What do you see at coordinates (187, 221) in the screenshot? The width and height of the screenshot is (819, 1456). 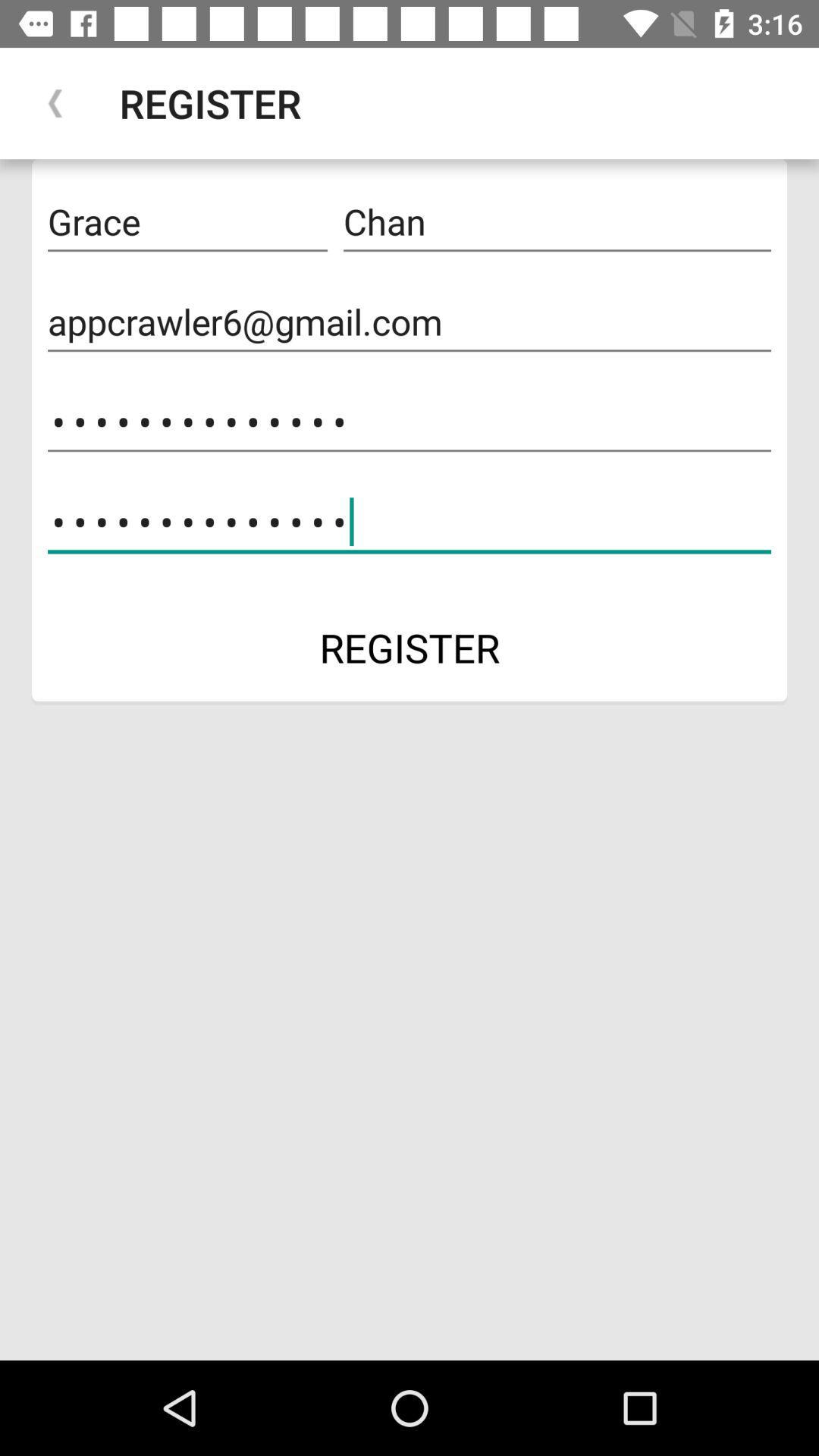 I see `the grace icon` at bounding box center [187, 221].